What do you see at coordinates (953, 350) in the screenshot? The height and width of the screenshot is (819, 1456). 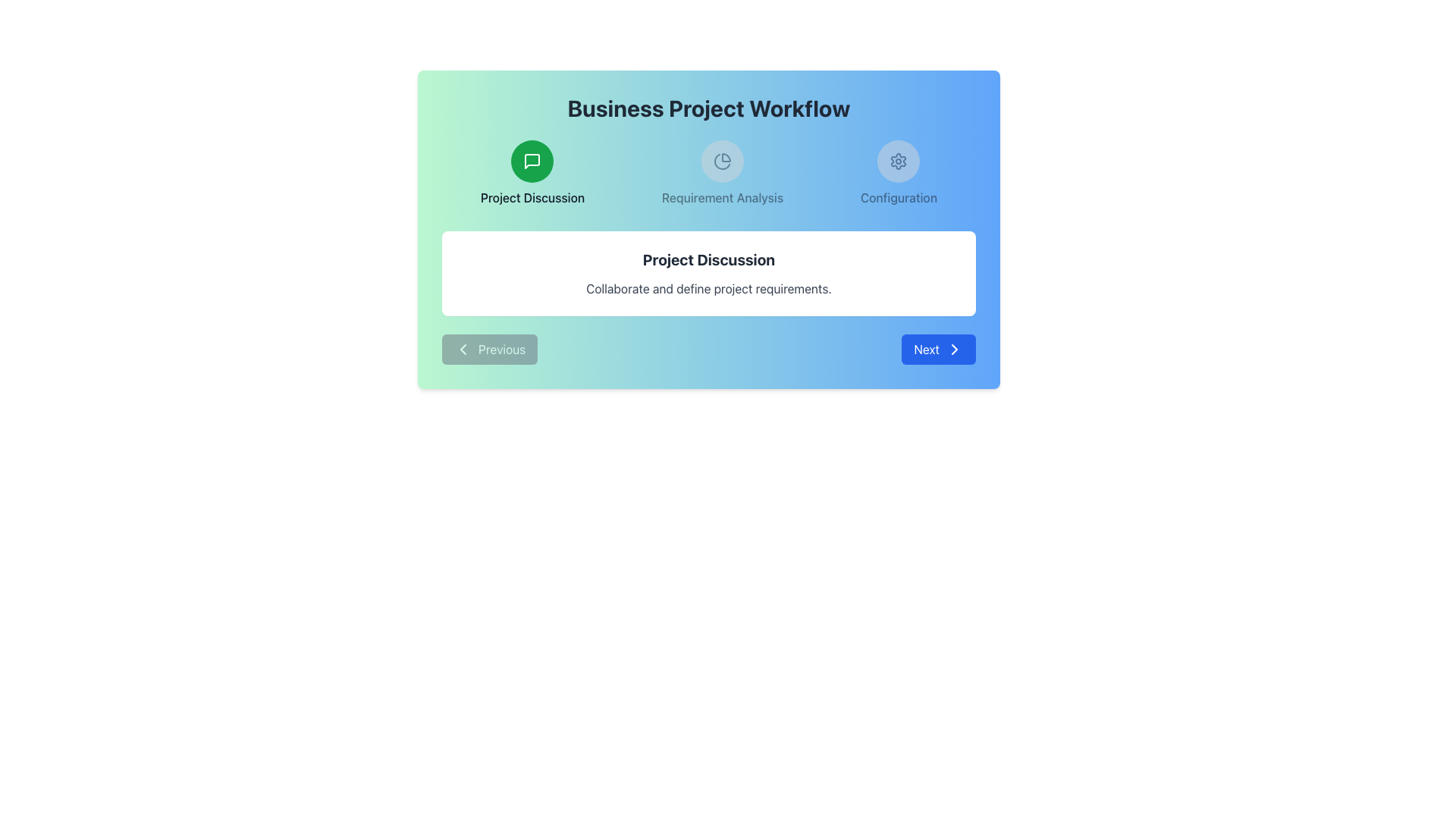 I see `the right-facing chevron icon` at bounding box center [953, 350].